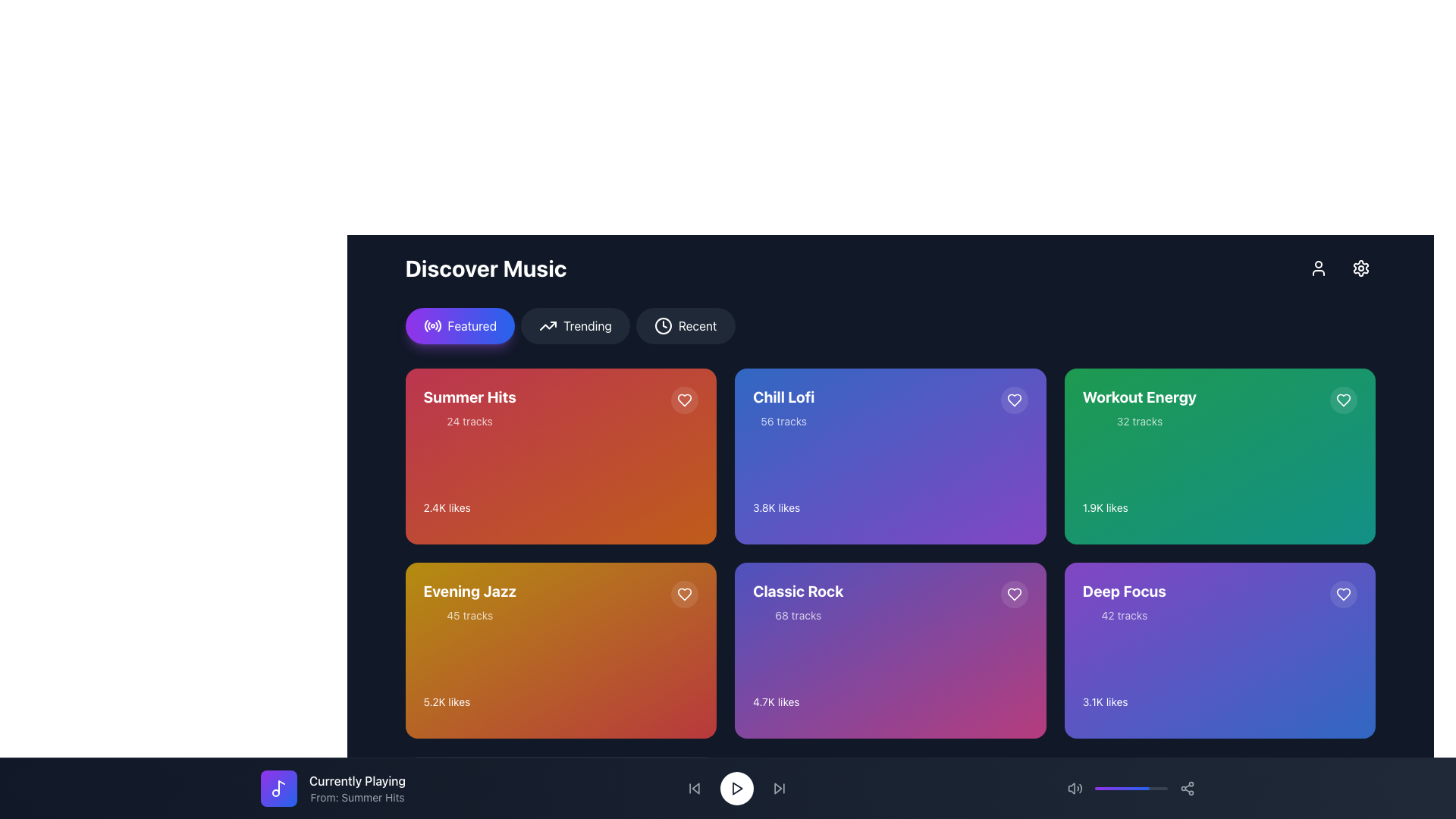  Describe the element at coordinates (1131, 788) in the screenshot. I see `the progress bar located centrally in the bottom control panel, between the volume control and share icon` at that location.